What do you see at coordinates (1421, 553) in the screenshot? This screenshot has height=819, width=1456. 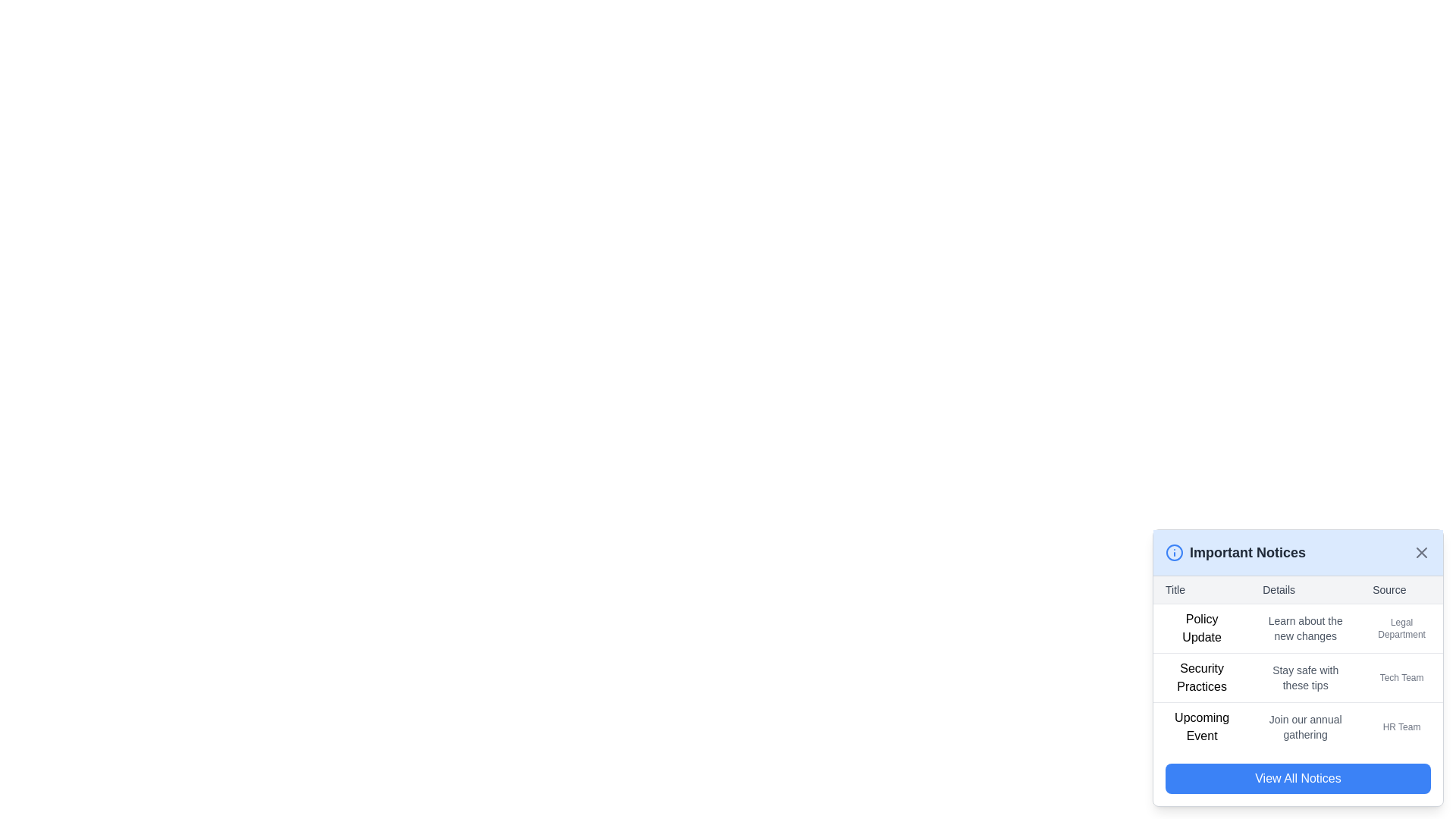 I see `the close-button icon, which resembles a diagonal cross, located in the top-right corner of the 'Important Notices' section` at bounding box center [1421, 553].